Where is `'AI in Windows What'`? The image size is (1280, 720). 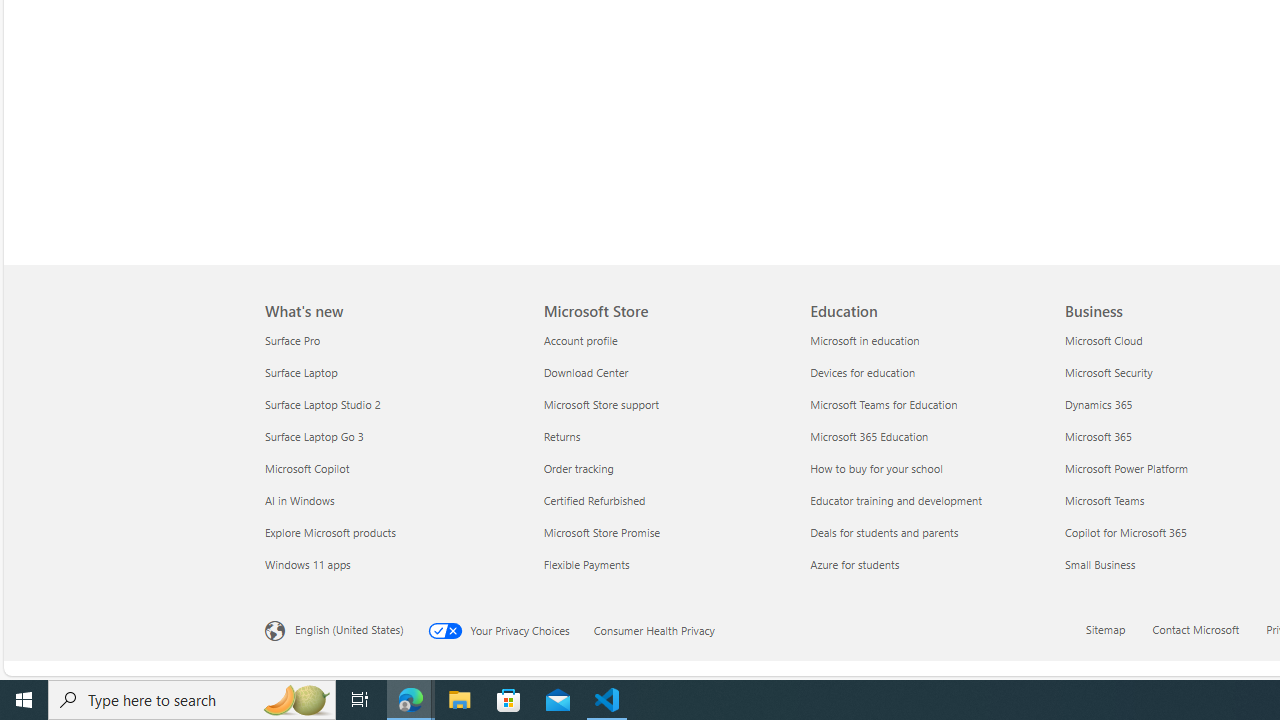
'AI in Windows What' is located at coordinates (299, 499).